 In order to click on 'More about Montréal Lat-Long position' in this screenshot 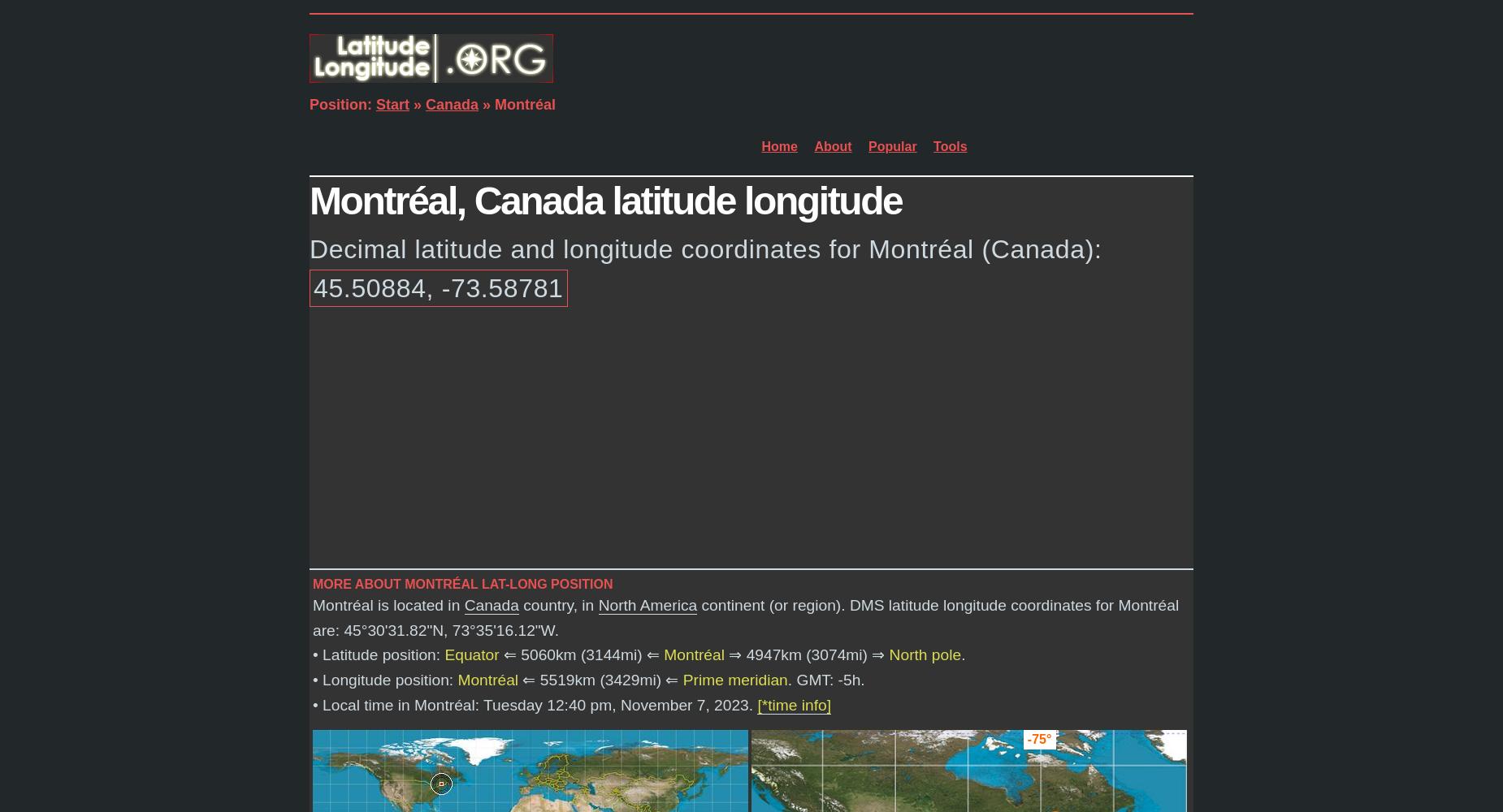, I will do `click(462, 583)`.